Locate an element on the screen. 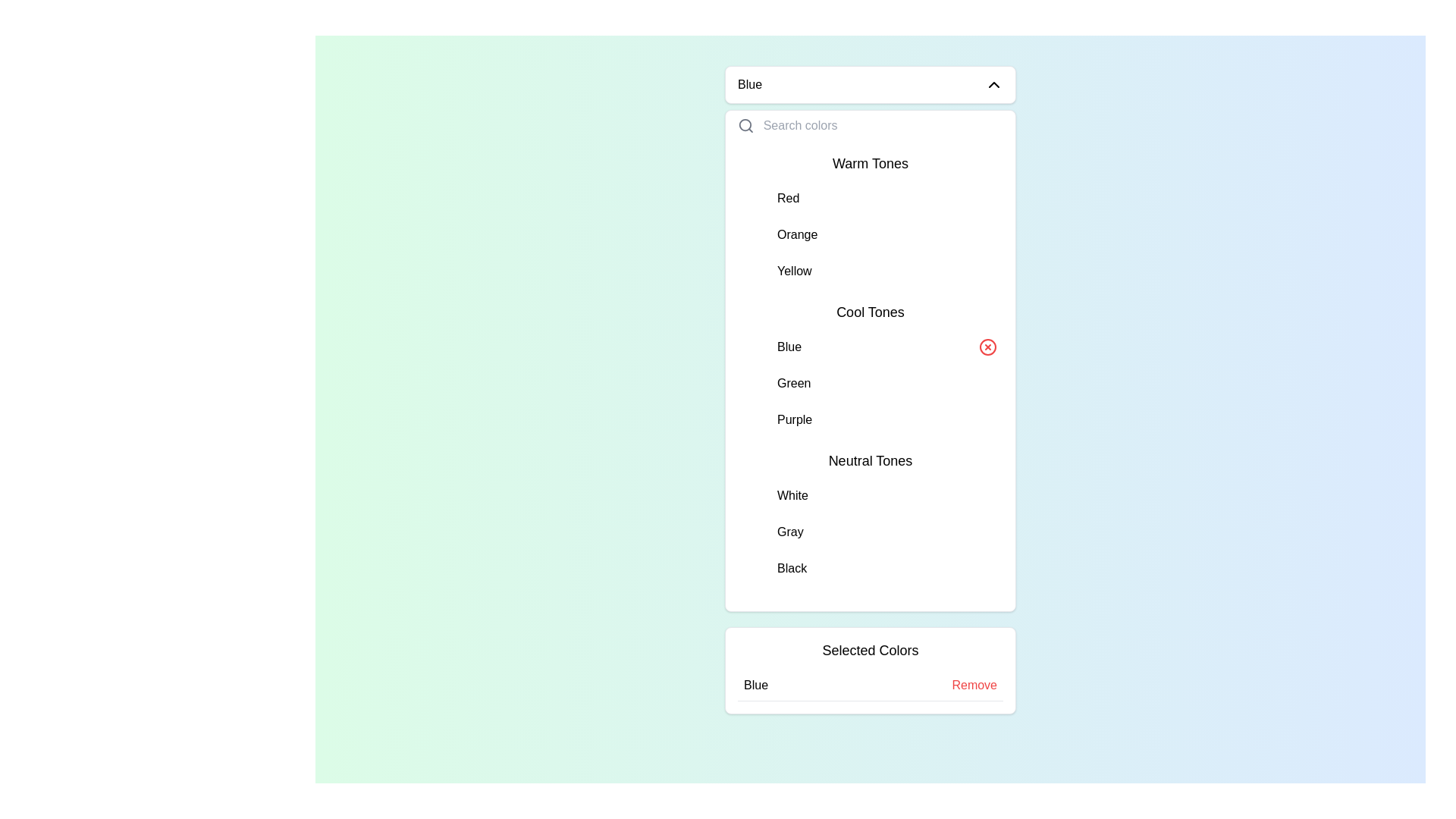 The width and height of the screenshot is (1456, 819). the circular part of the magnifying glass icon located in the top-left corner of the dropdown interface, which represents search functionality is located at coordinates (745, 124).